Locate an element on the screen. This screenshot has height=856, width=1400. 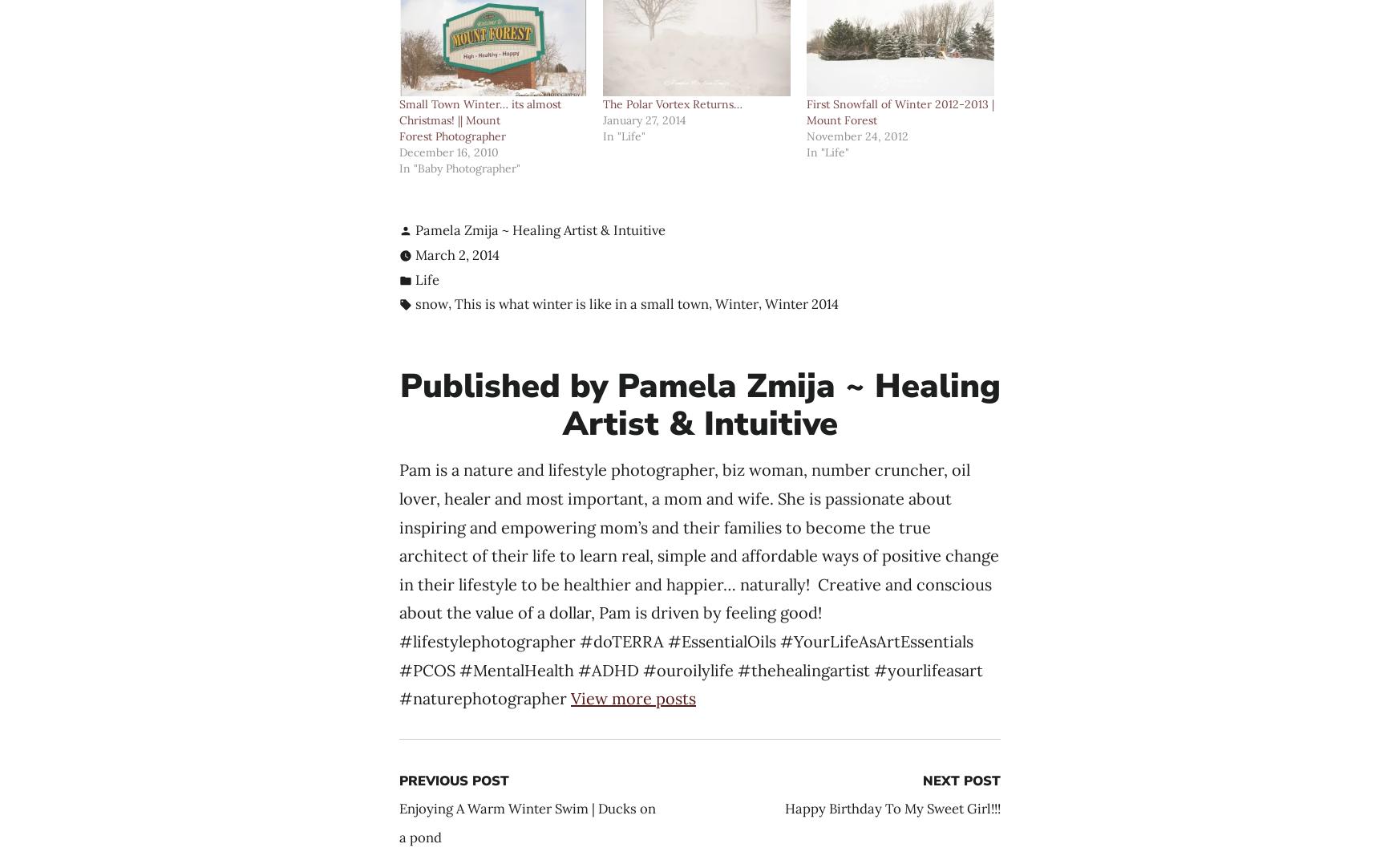
'Enjoying A Warm Winter Swim | Ducks on a pond' is located at coordinates (528, 822).